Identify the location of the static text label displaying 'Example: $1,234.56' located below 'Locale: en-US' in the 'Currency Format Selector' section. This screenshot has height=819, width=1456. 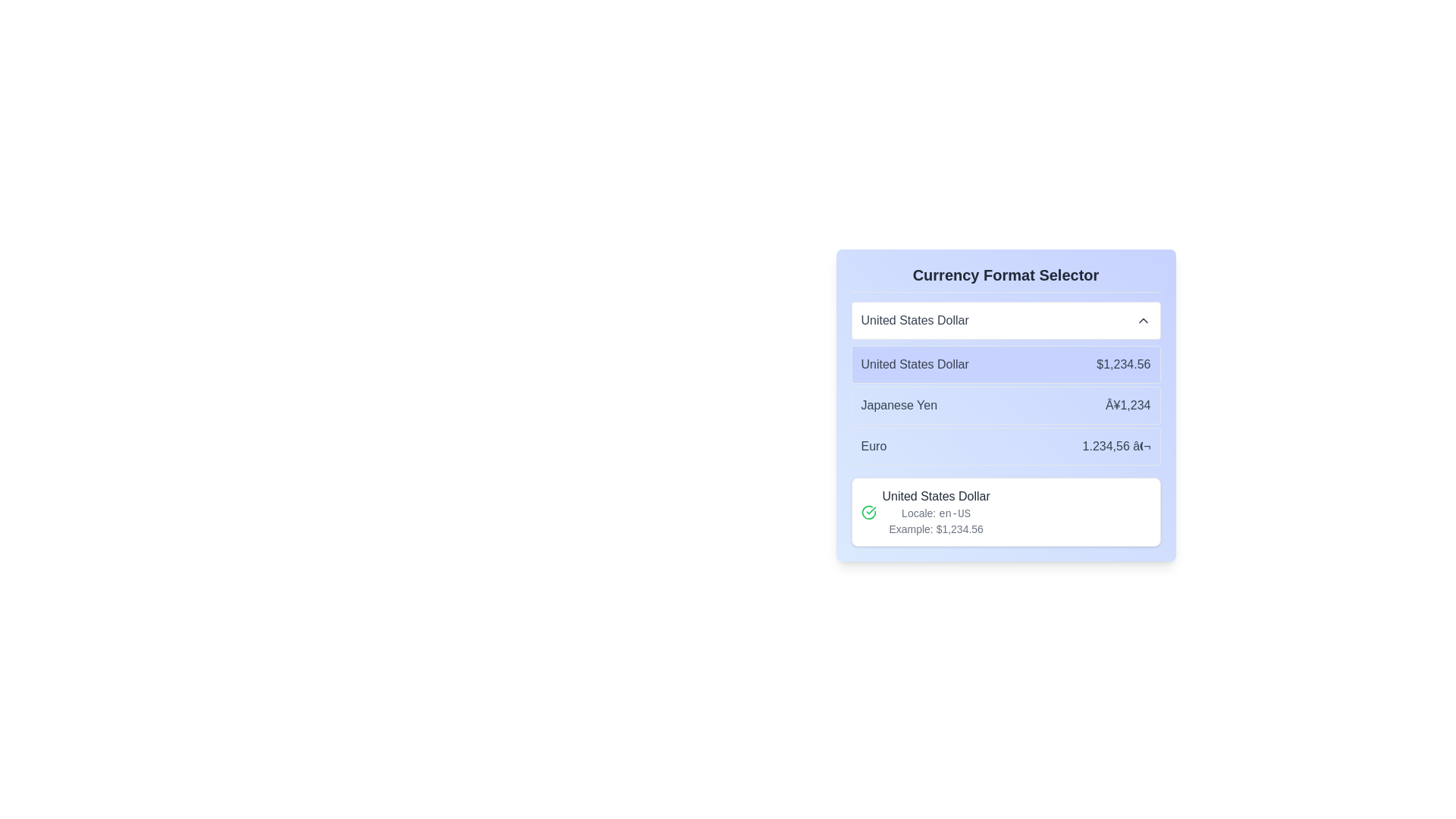
(935, 529).